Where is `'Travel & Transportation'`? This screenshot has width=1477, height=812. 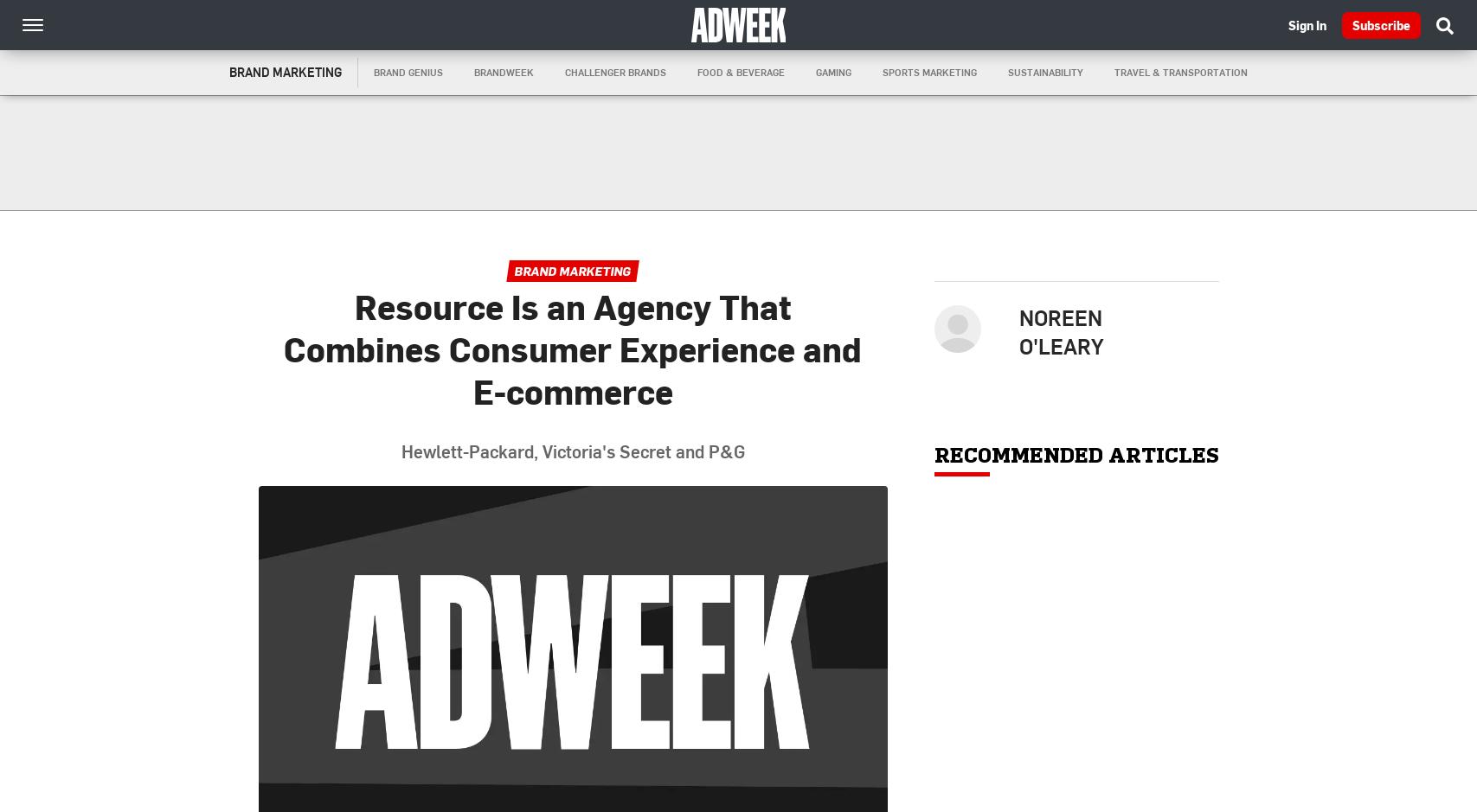 'Travel & Transportation' is located at coordinates (1179, 72).